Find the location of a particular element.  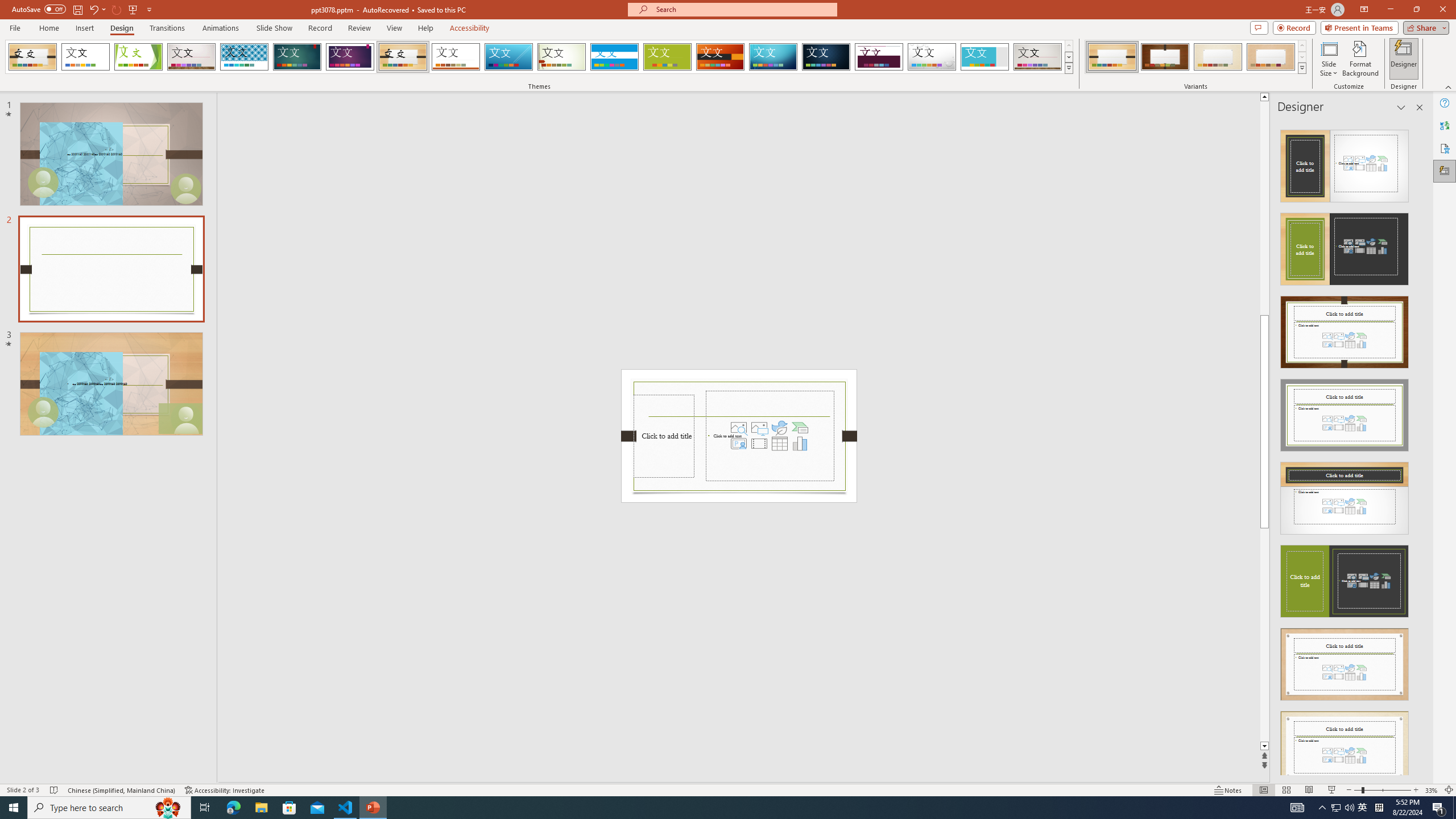

'Berlin' is located at coordinates (721, 56).